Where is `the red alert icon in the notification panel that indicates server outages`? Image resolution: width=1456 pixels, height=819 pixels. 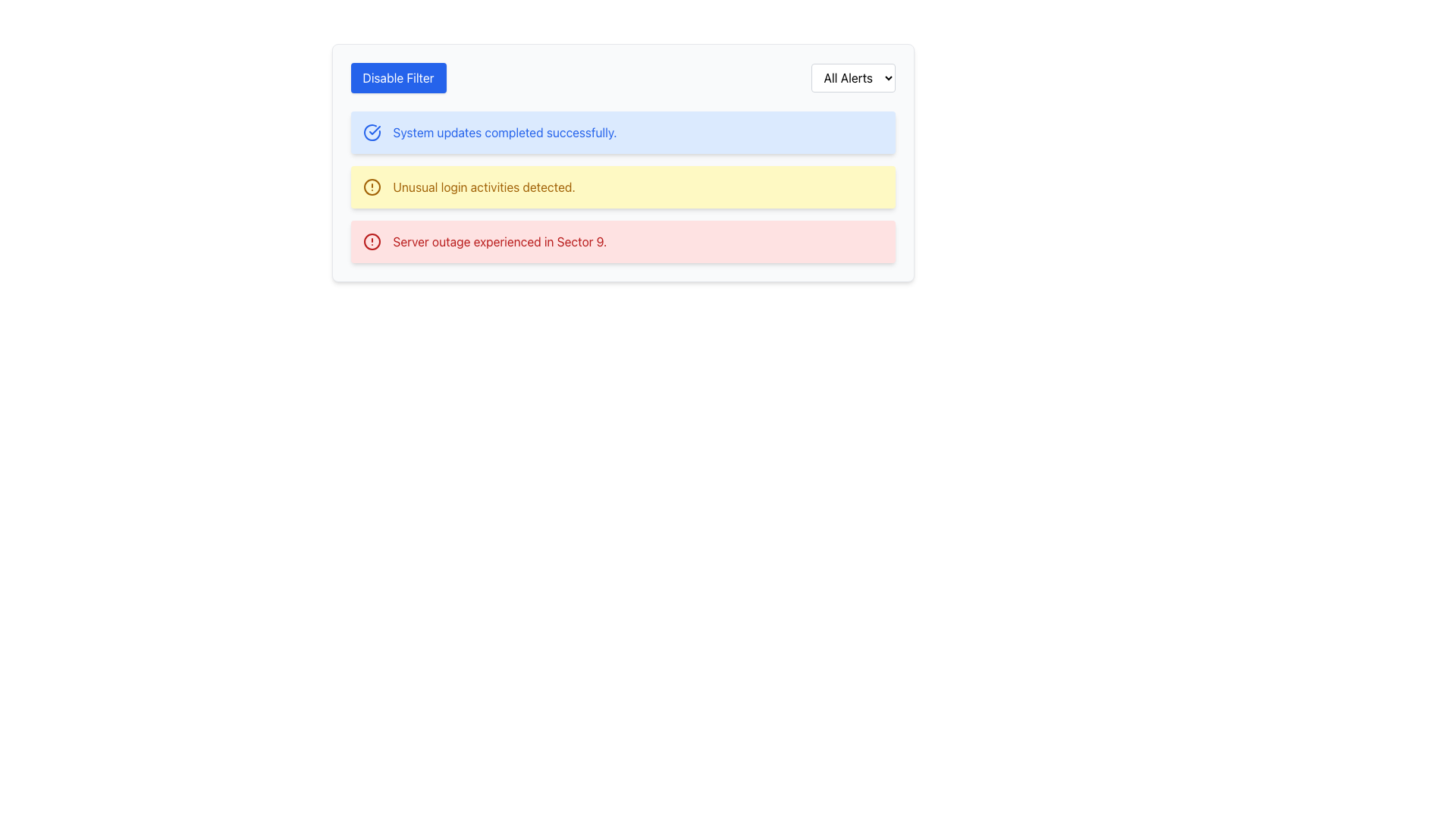 the red alert icon in the notification panel that indicates server outages is located at coordinates (372, 241).